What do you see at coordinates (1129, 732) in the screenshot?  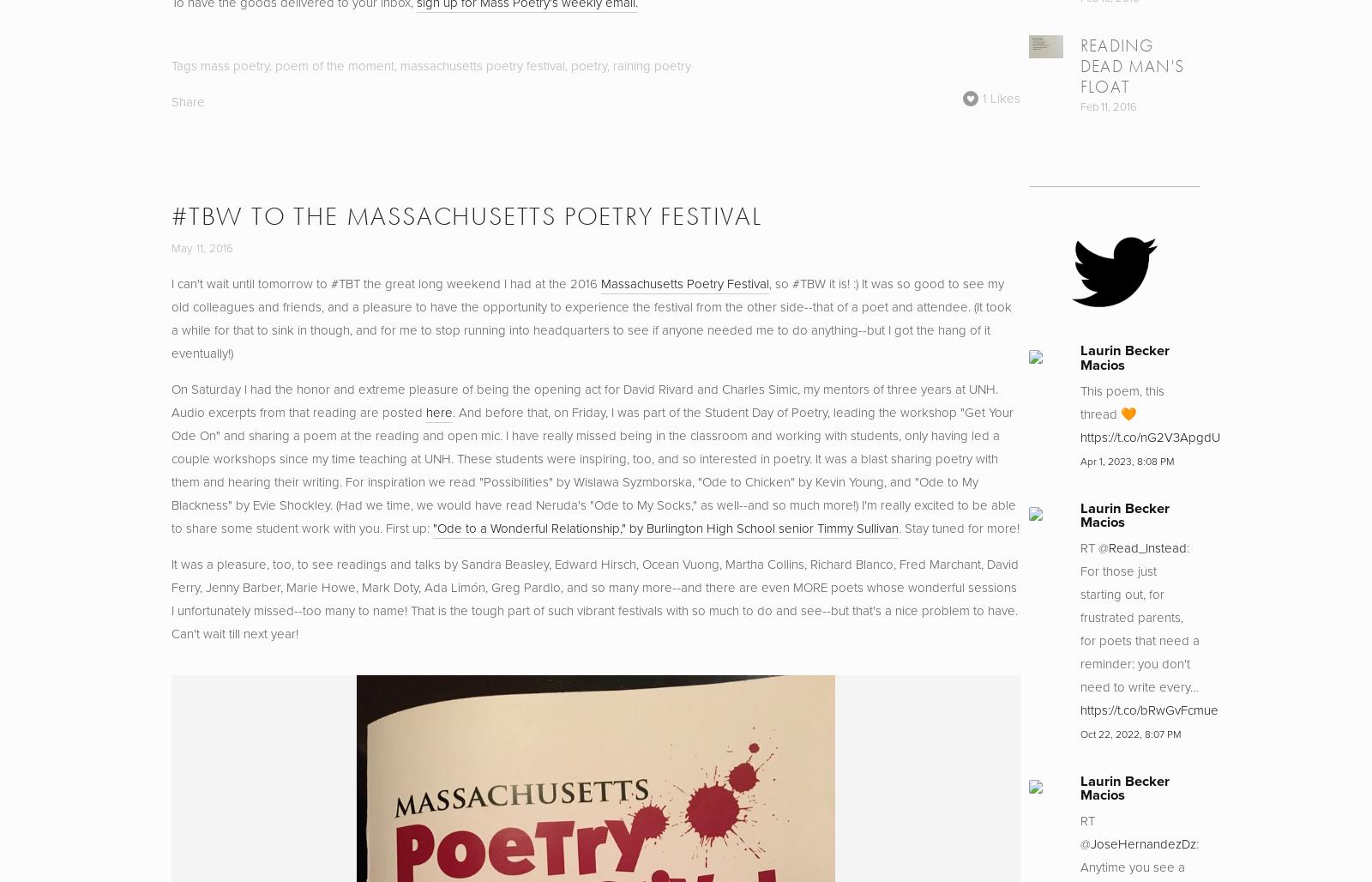 I see `'Oct 22, 2022, 8:07 PM'` at bounding box center [1129, 732].